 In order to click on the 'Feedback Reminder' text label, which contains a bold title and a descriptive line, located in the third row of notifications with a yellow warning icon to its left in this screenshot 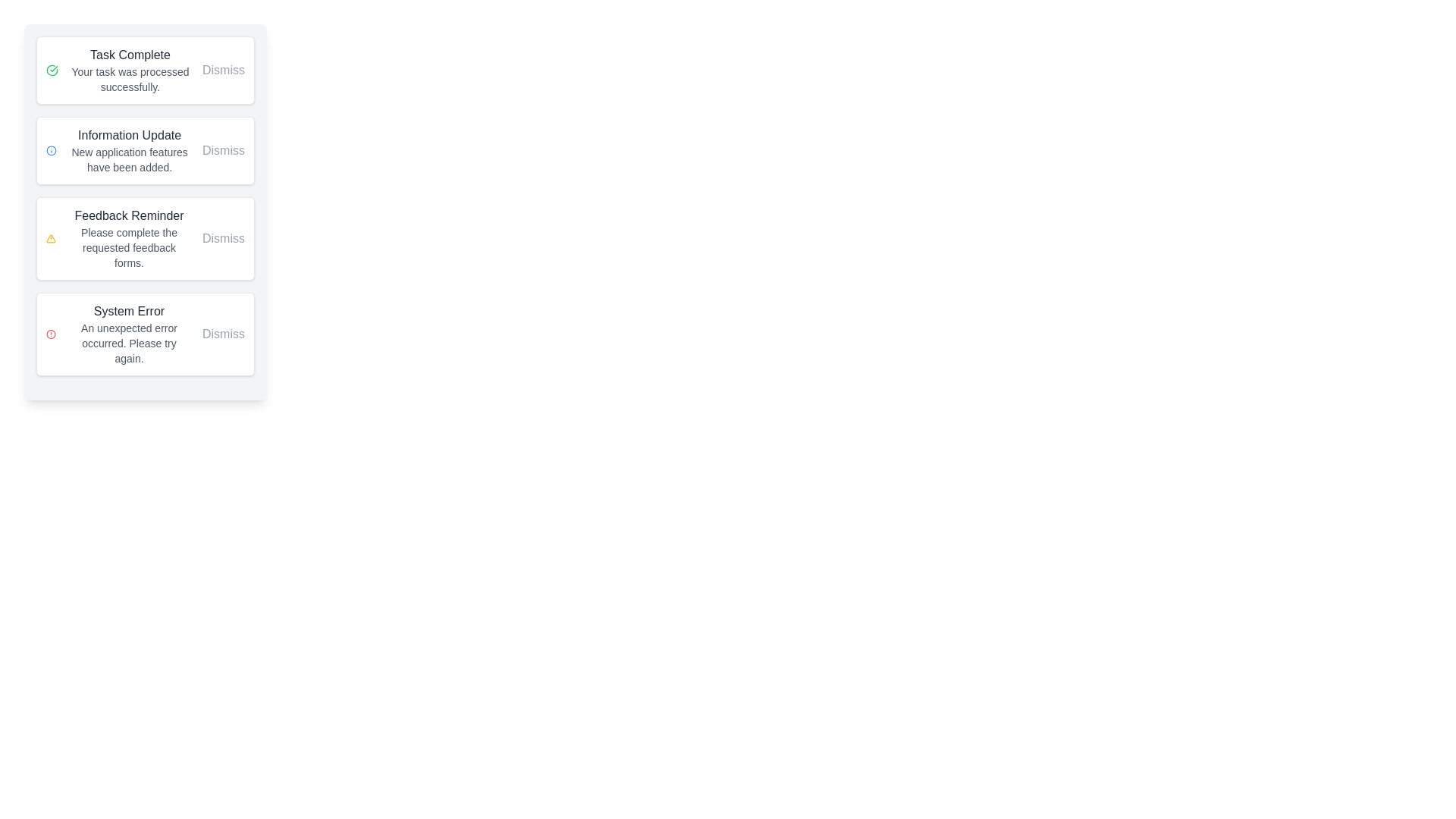, I will do `click(129, 239)`.